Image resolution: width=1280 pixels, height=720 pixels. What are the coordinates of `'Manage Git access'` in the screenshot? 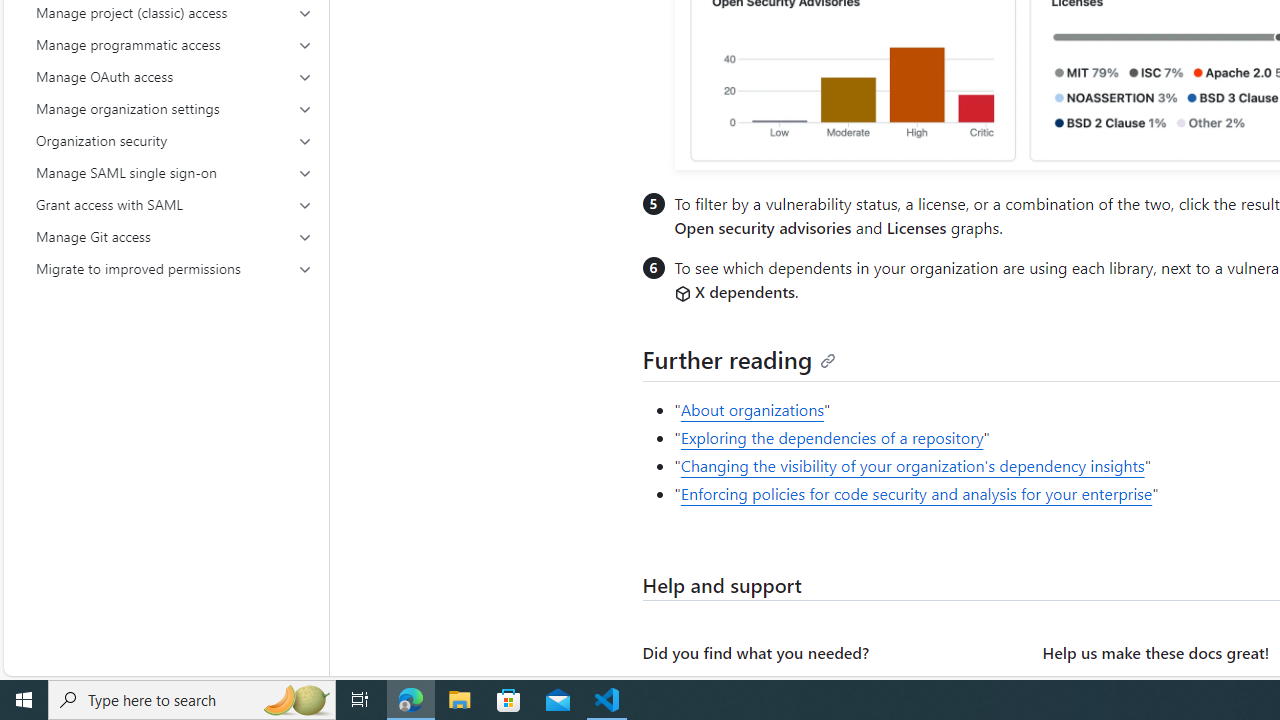 It's located at (174, 235).